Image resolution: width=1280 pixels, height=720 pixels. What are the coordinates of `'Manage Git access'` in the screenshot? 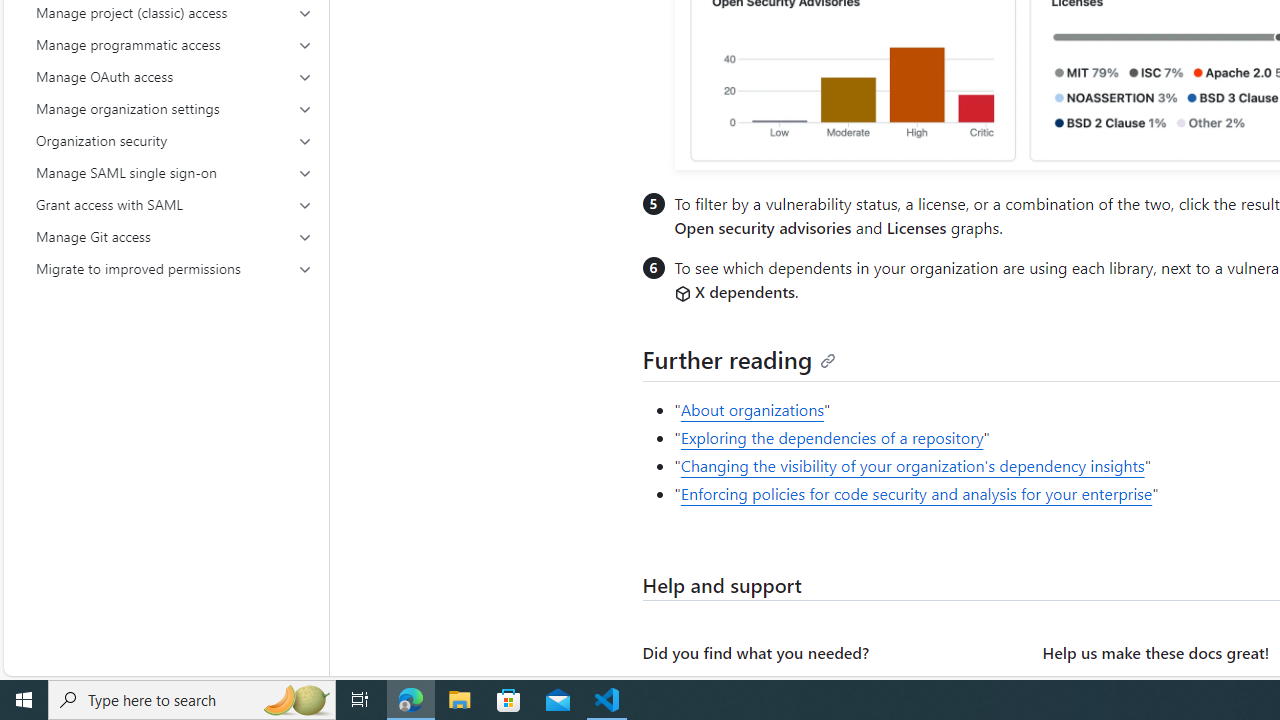 It's located at (174, 235).